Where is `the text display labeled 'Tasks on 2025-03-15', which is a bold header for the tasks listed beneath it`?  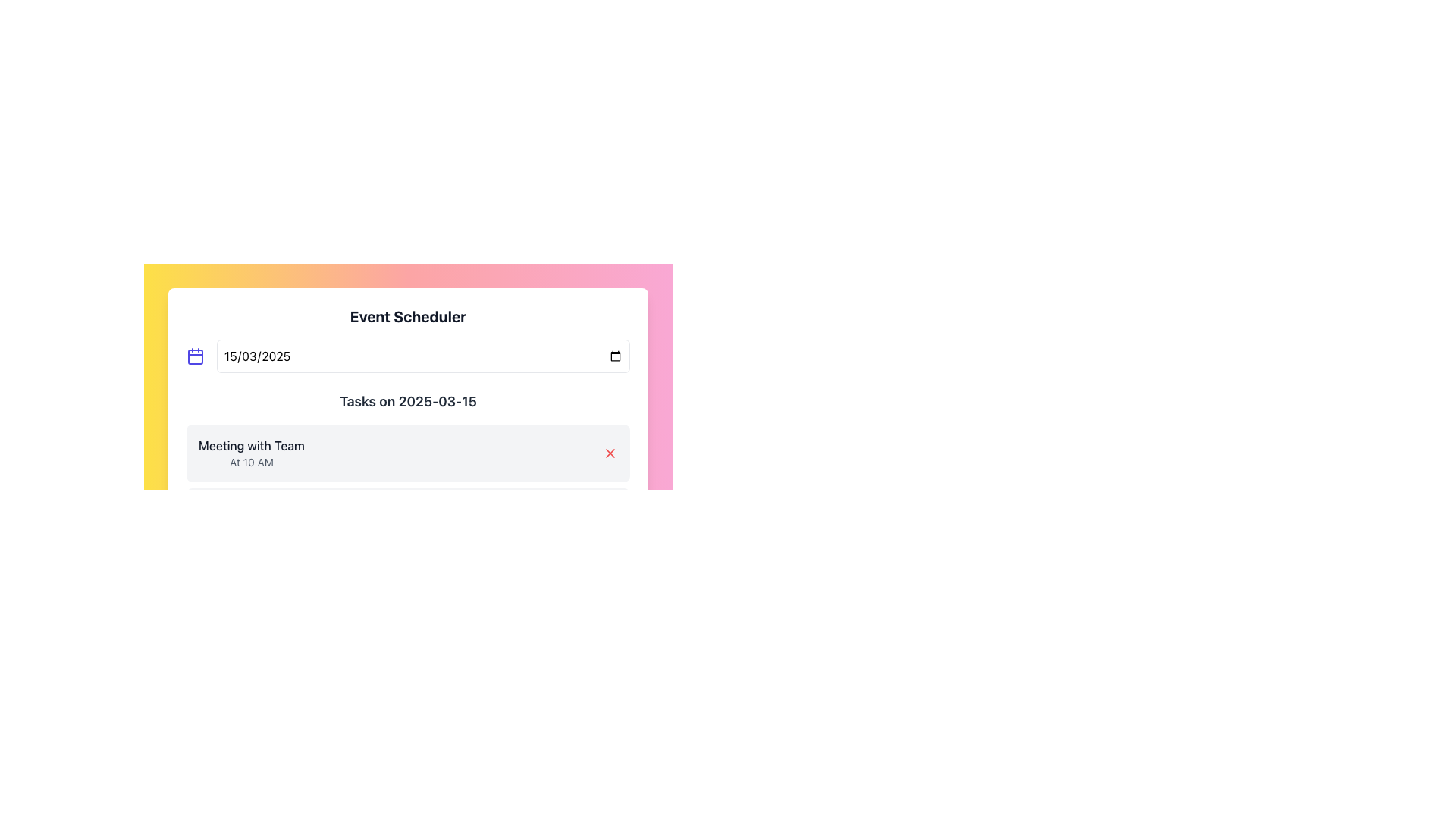
the text display labeled 'Tasks on 2025-03-15', which is a bold header for the tasks listed beneath it is located at coordinates (408, 400).